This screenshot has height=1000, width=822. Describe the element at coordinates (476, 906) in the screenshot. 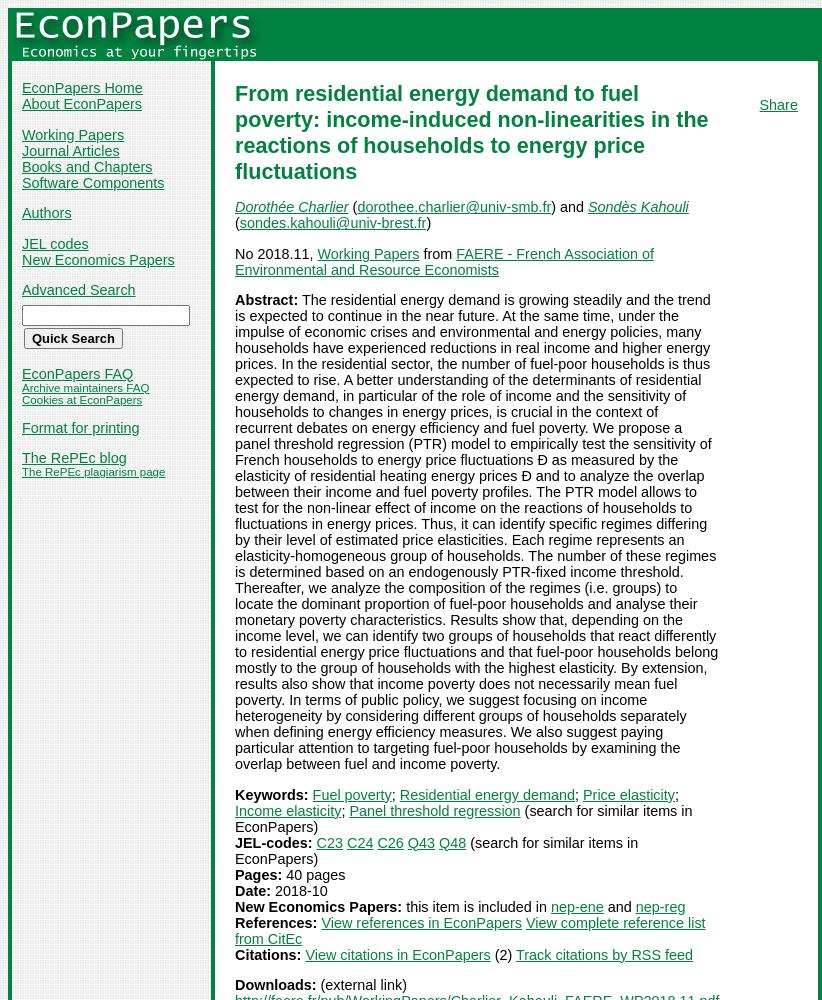

I see `'this item is included in'` at that location.